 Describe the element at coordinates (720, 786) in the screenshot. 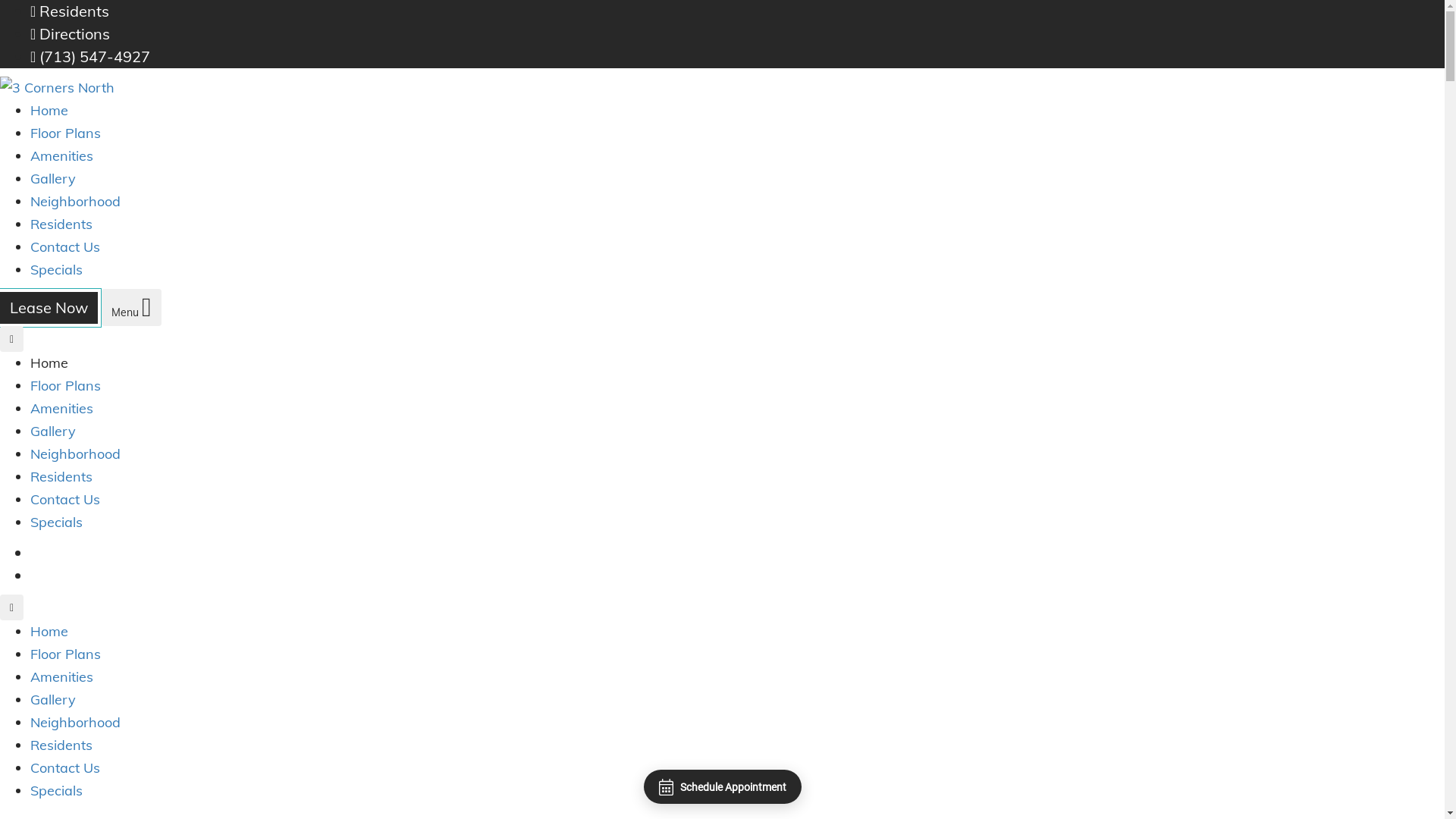

I see `'Schedule Appointment'` at that location.